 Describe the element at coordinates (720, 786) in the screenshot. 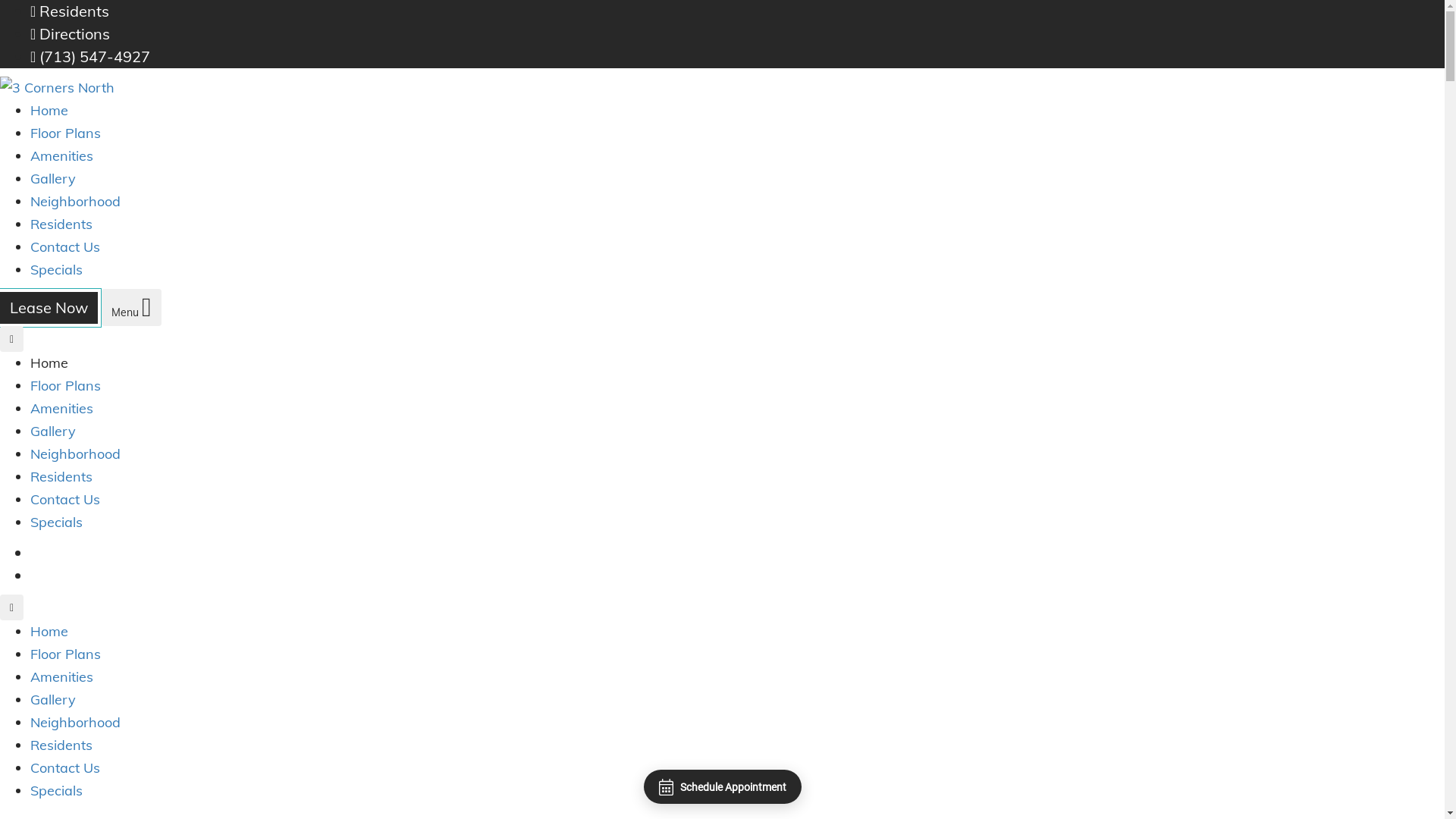

I see `'Schedule Appointment'` at that location.